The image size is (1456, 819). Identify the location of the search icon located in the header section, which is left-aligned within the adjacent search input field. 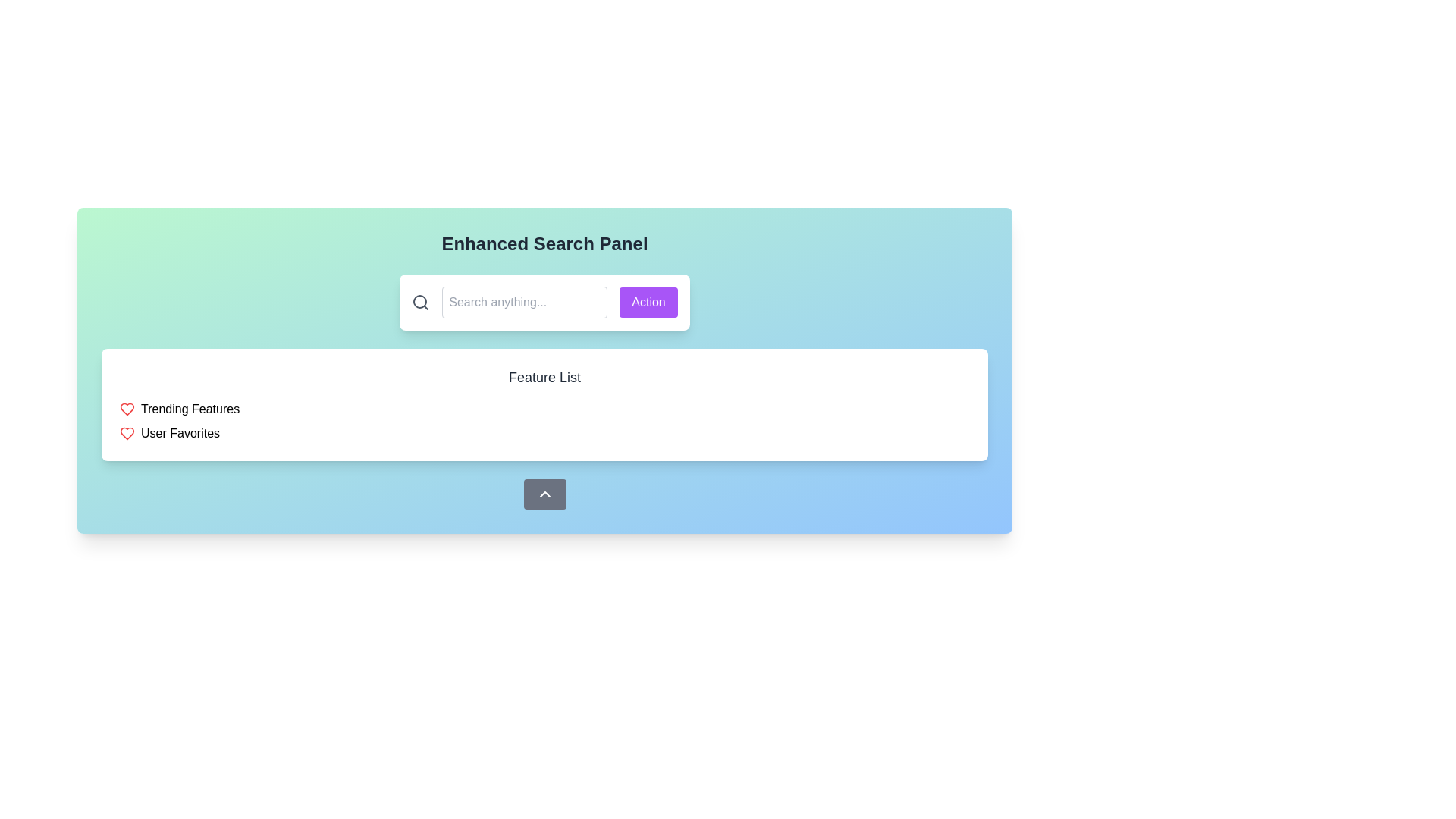
(420, 301).